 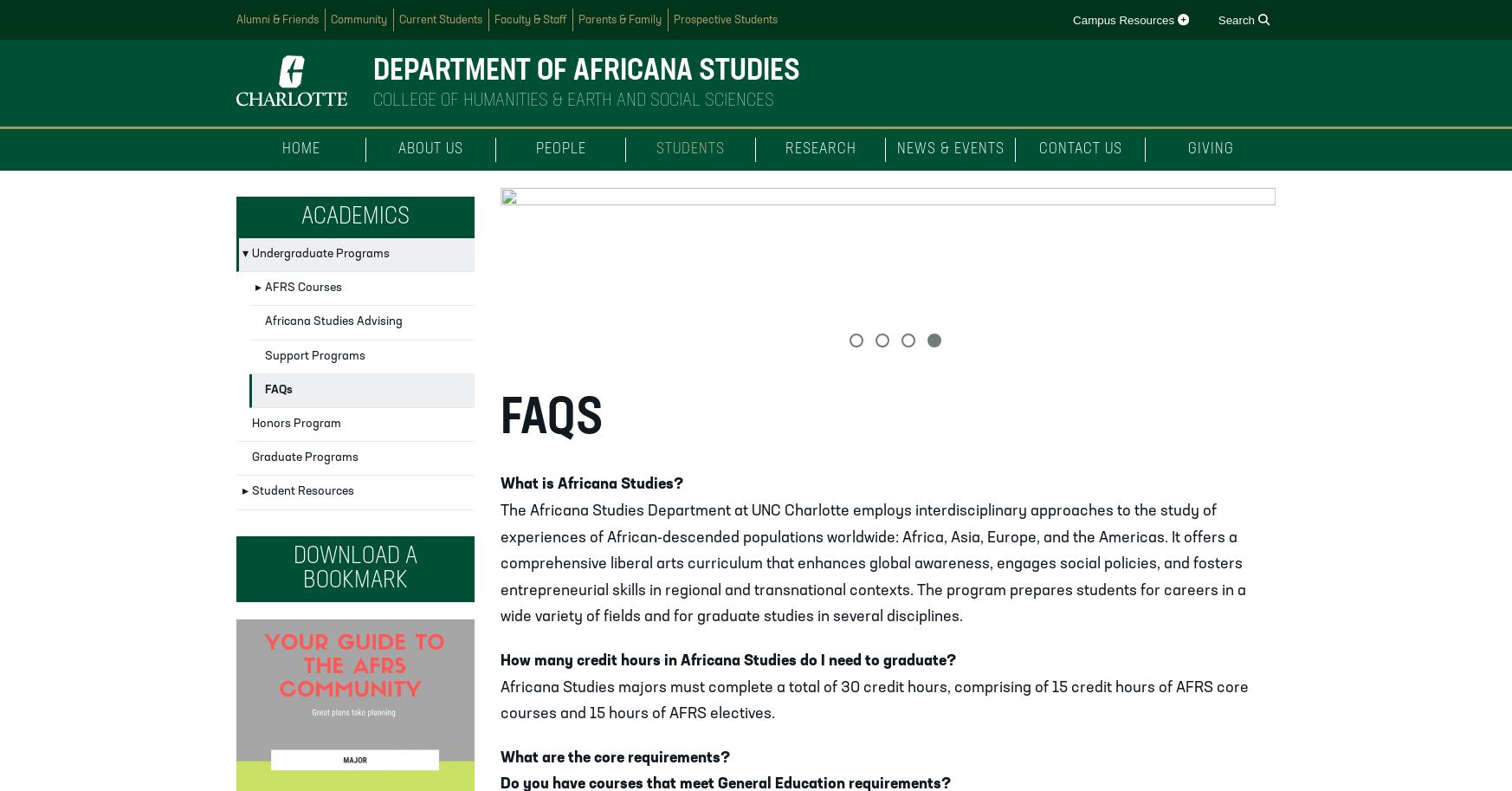 What do you see at coordinates (819, 149) in the screenshot?
I see `'Research'` at bounding box center [819, 149].